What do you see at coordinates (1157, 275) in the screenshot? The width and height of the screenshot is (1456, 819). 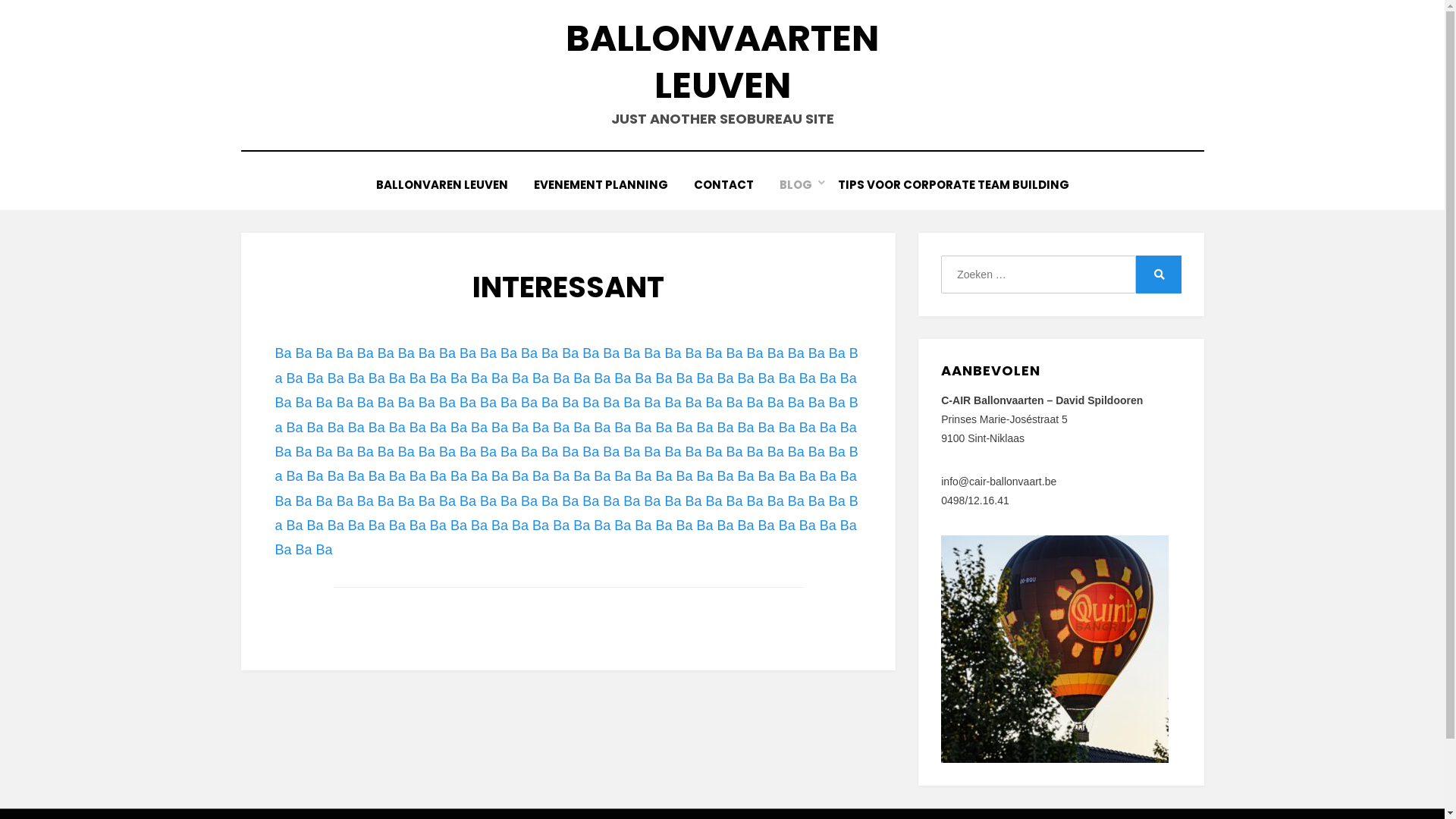 I see `'Zoeken'` at bounding box center [1157, 275].